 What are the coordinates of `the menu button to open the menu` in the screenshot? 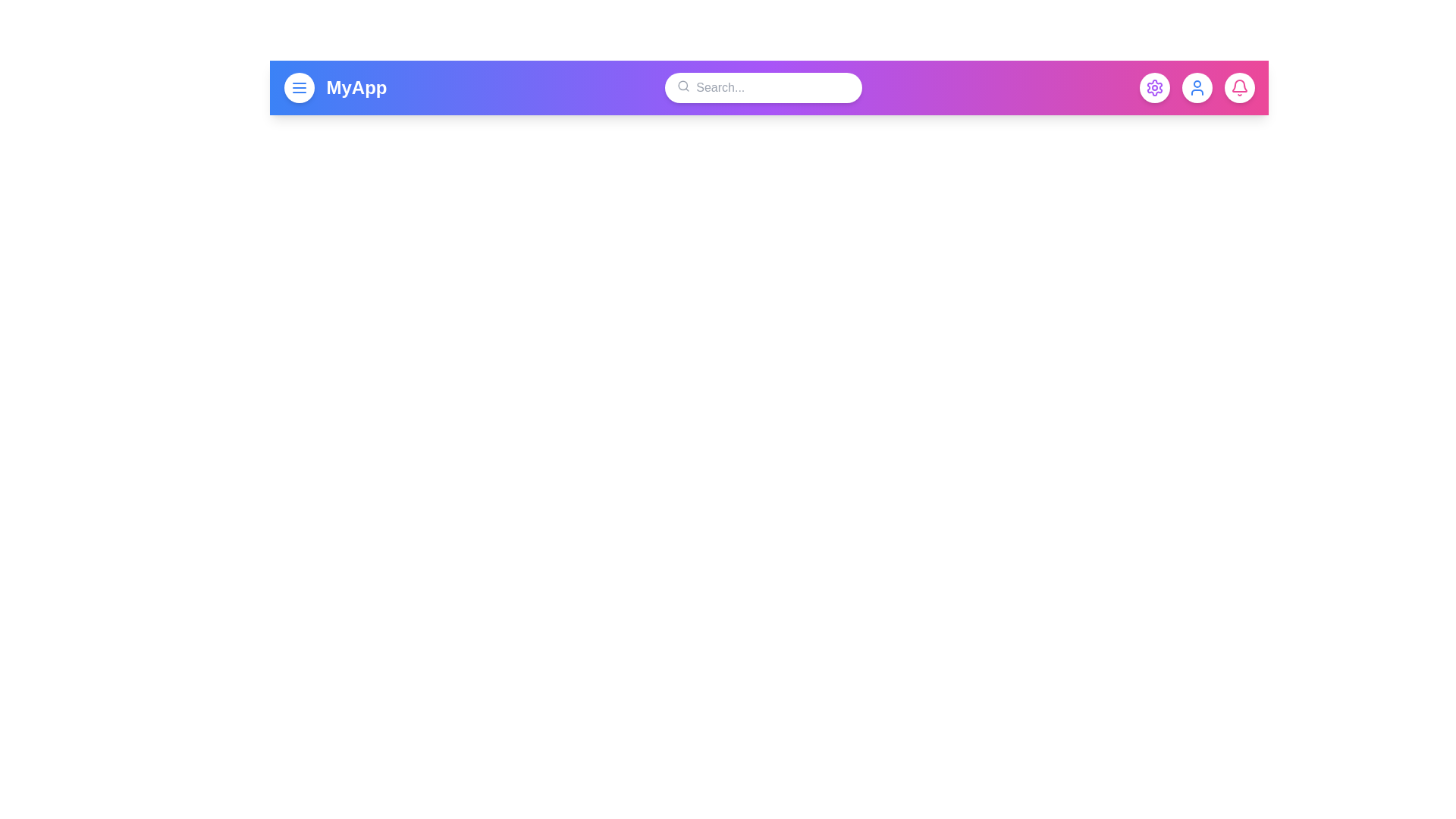 It's located at (299, 87).